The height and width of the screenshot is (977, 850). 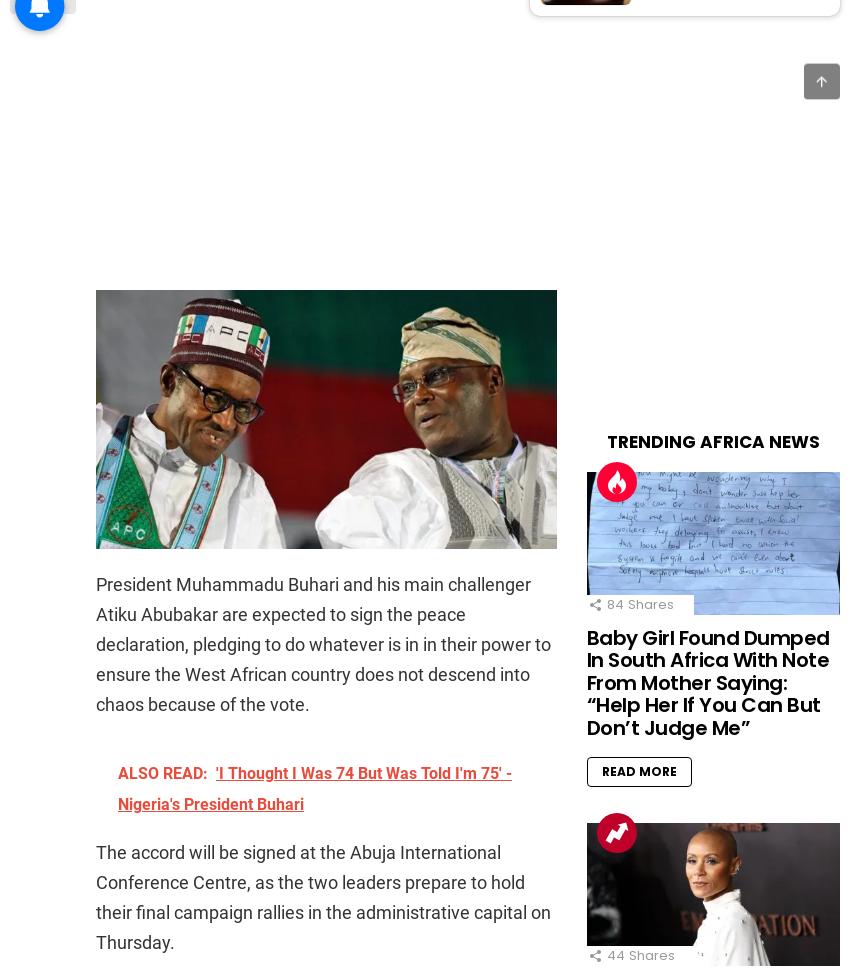 What do you see at coordinates (613, 954) in the screenshot?
I see `'44'` at bounding box center [613, 954].